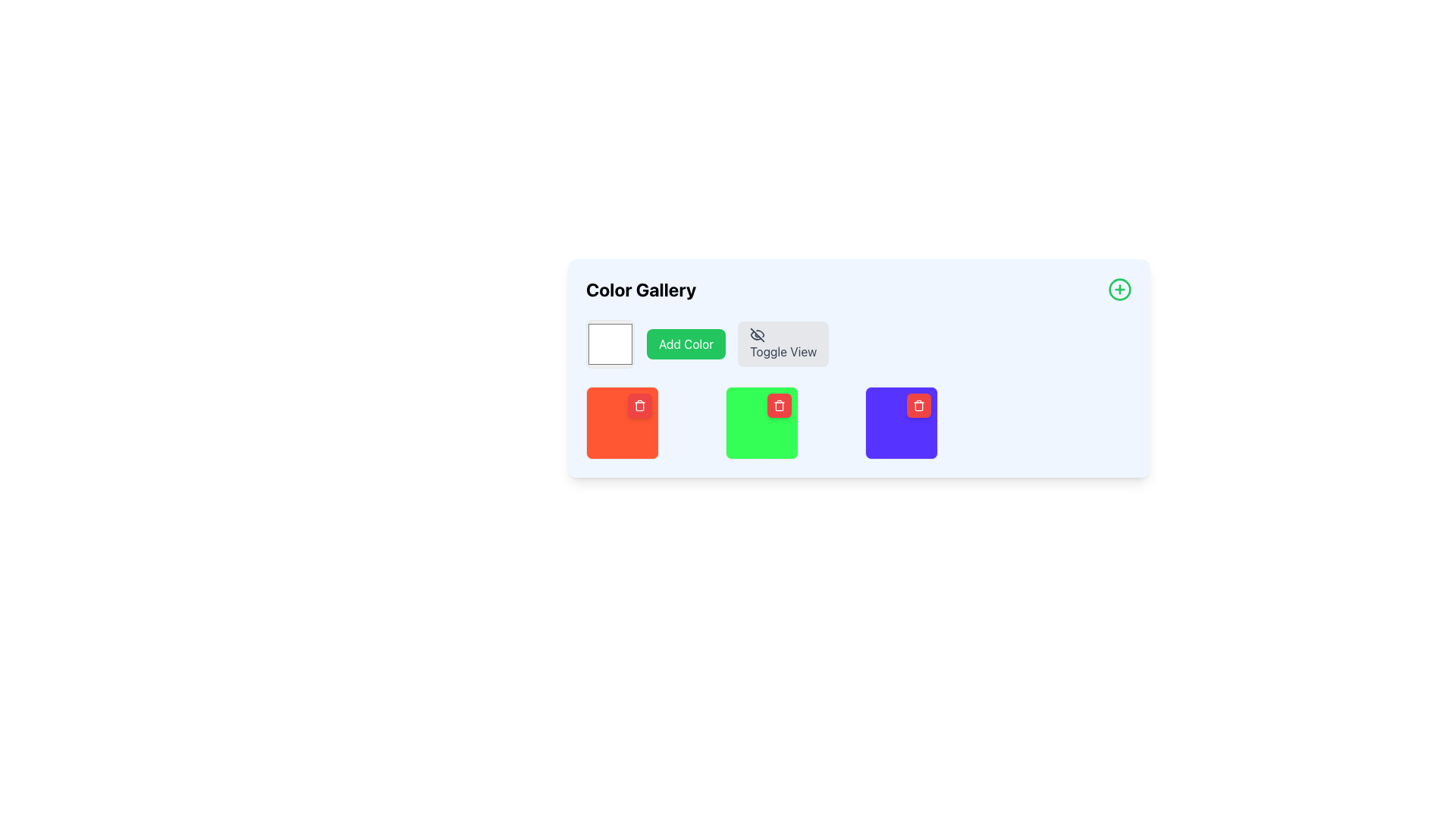 The width and height of the screenshot is (1456, 819). Describe the element at coordinates (783, 344) in the screenshot. I see `the toggle button located at the top center of the interface` at that location.